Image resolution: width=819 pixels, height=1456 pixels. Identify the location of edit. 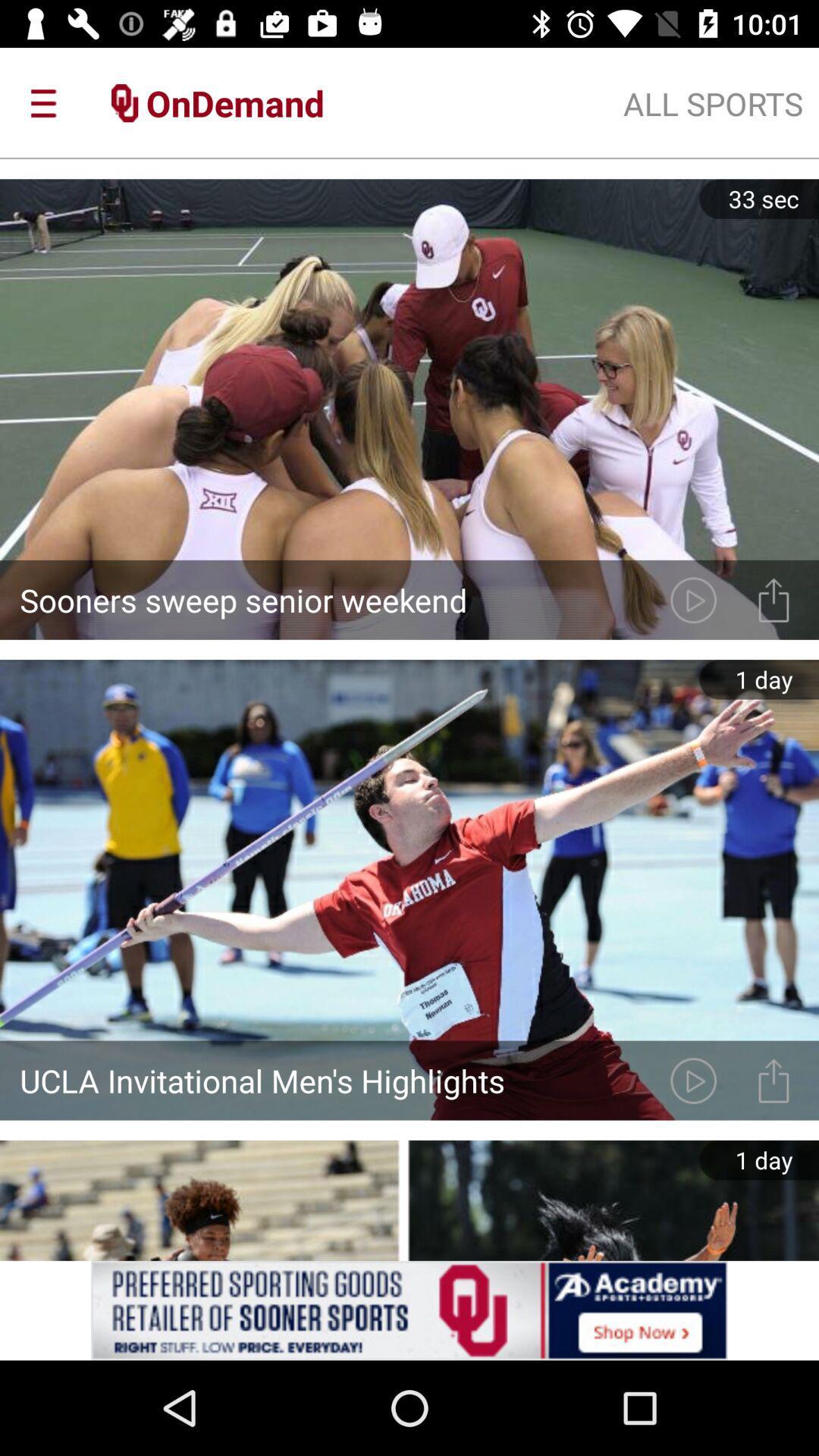
(693, 599).